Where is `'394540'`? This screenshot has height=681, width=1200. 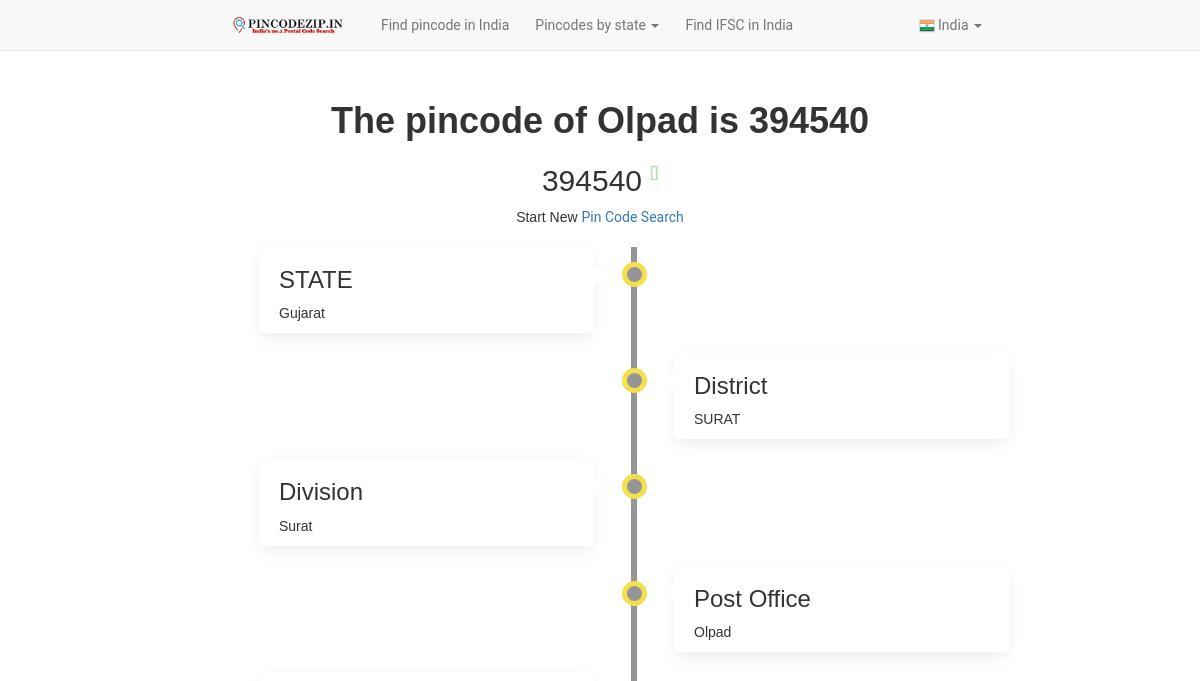
'394540' is located at coordinates (594, 178).